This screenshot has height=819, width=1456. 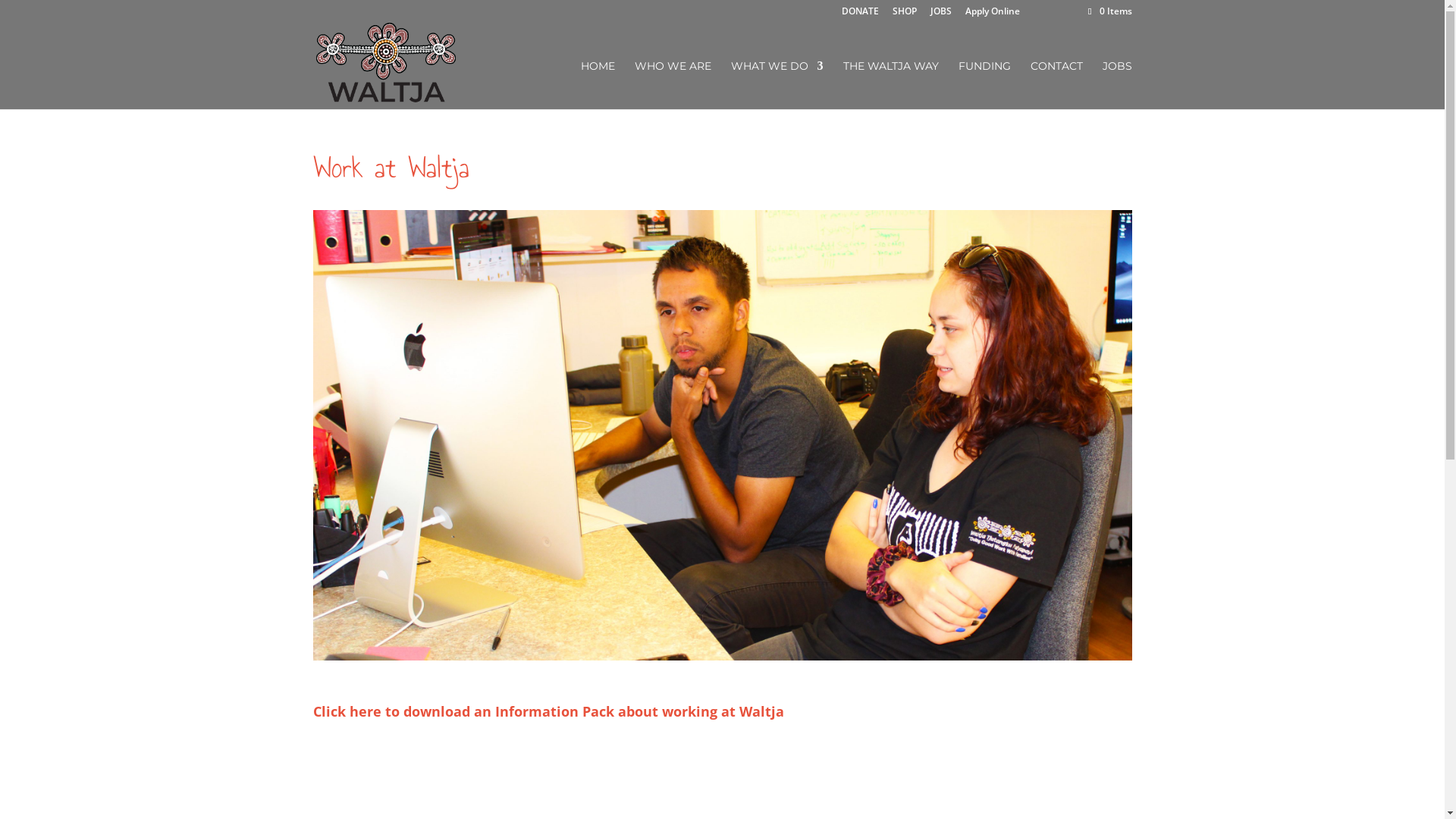 I want to click on 'DONATE', so click(x=860, y=14).